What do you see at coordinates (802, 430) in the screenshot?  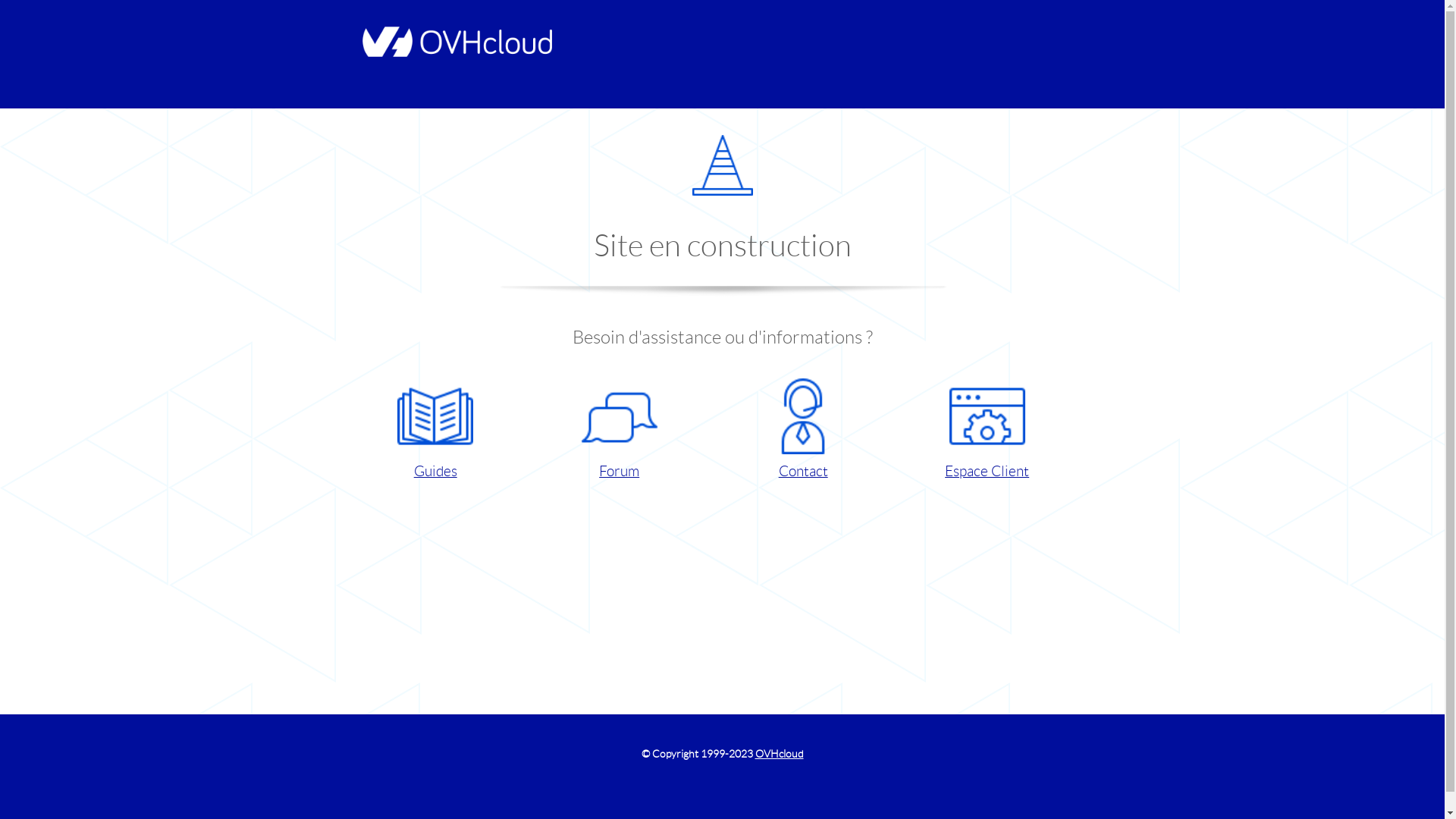 I see `'Contact'` at bounding box center [802, 430].